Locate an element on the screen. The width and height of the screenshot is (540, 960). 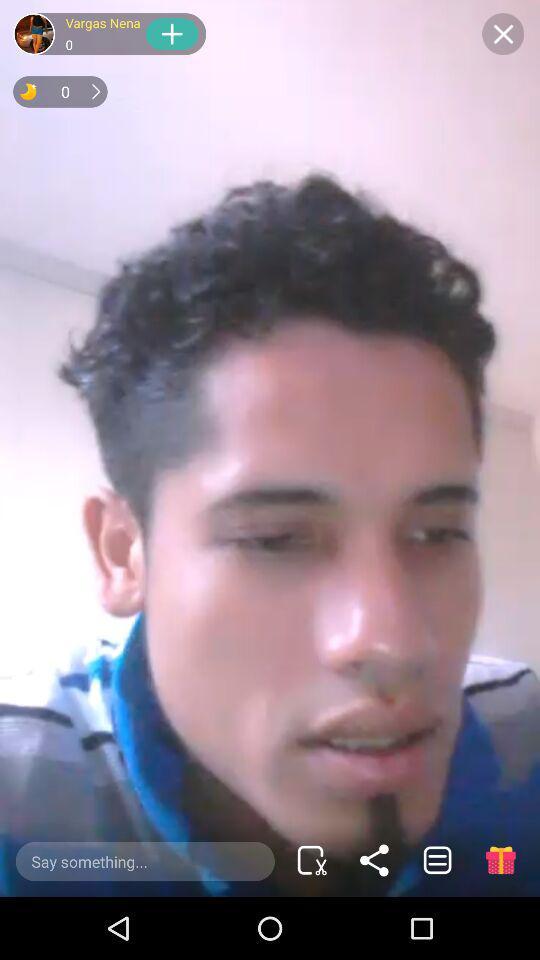
the close icon is located at coordinates (502, 33).